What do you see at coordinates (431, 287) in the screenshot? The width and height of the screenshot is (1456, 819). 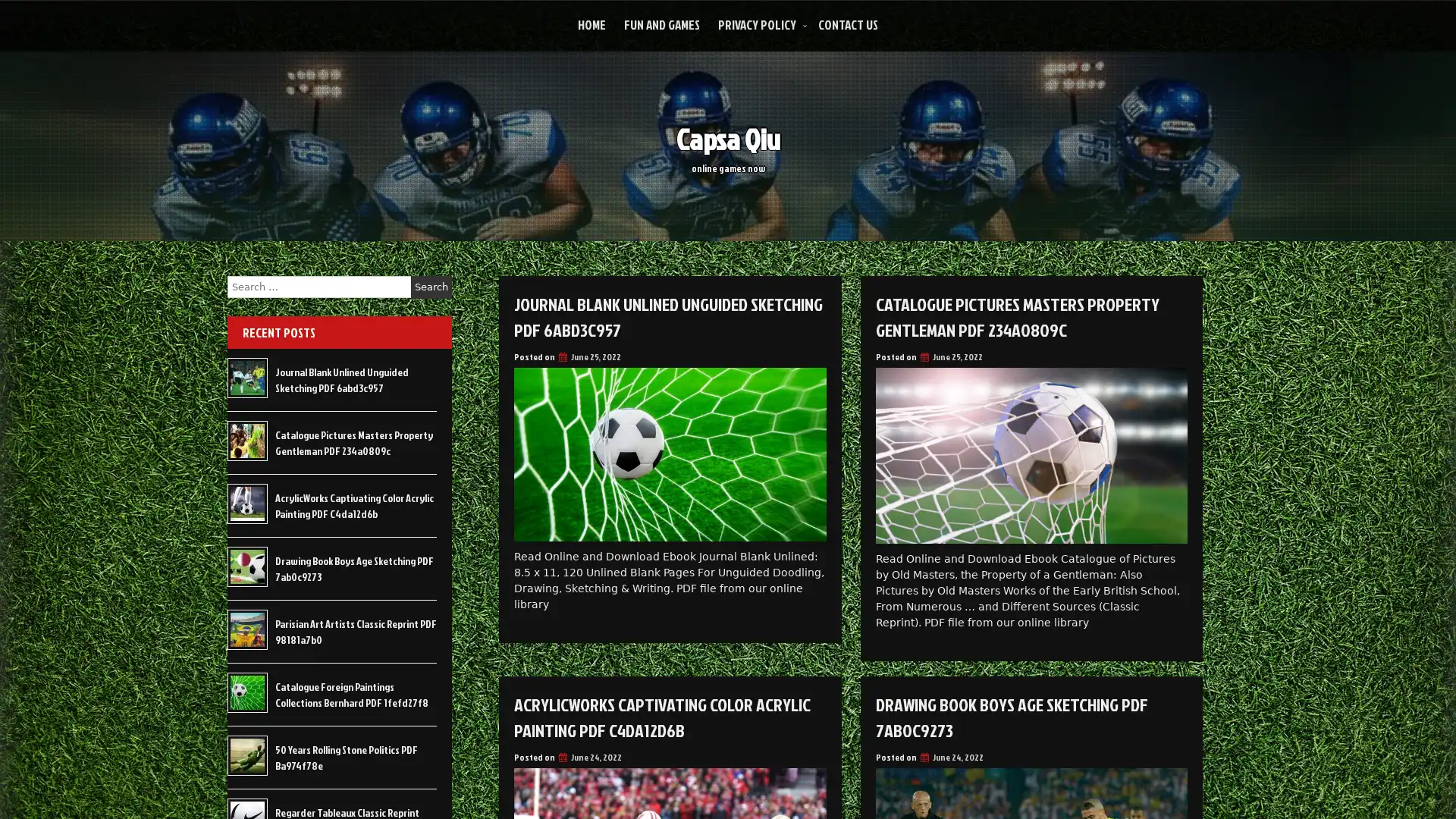 I see `Search` at bounding box center [431, 287].